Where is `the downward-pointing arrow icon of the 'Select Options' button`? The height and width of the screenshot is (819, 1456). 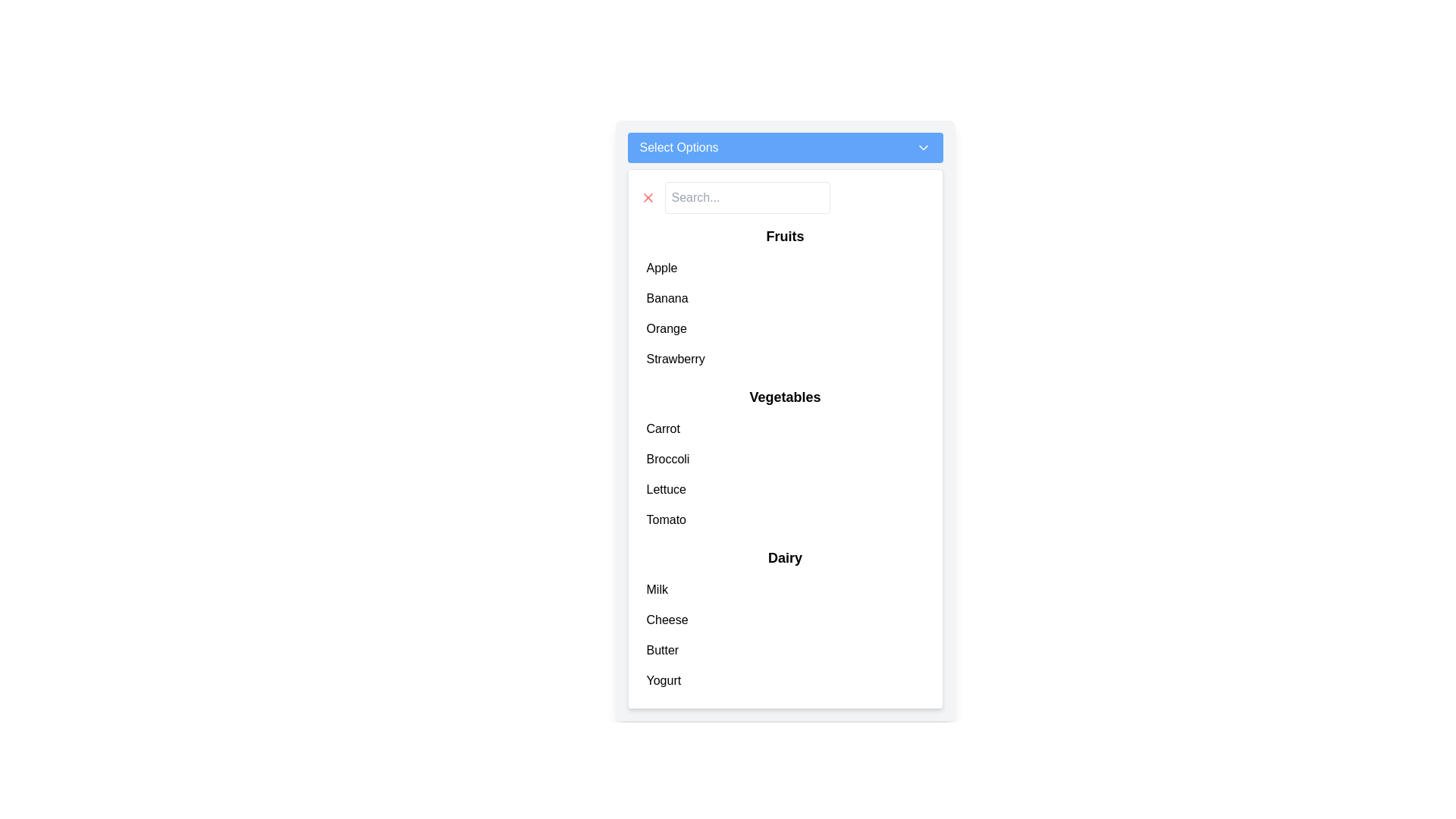 the downward-pointing arrow icon of the 'Select Options' button is located at coordinates (922, 148).